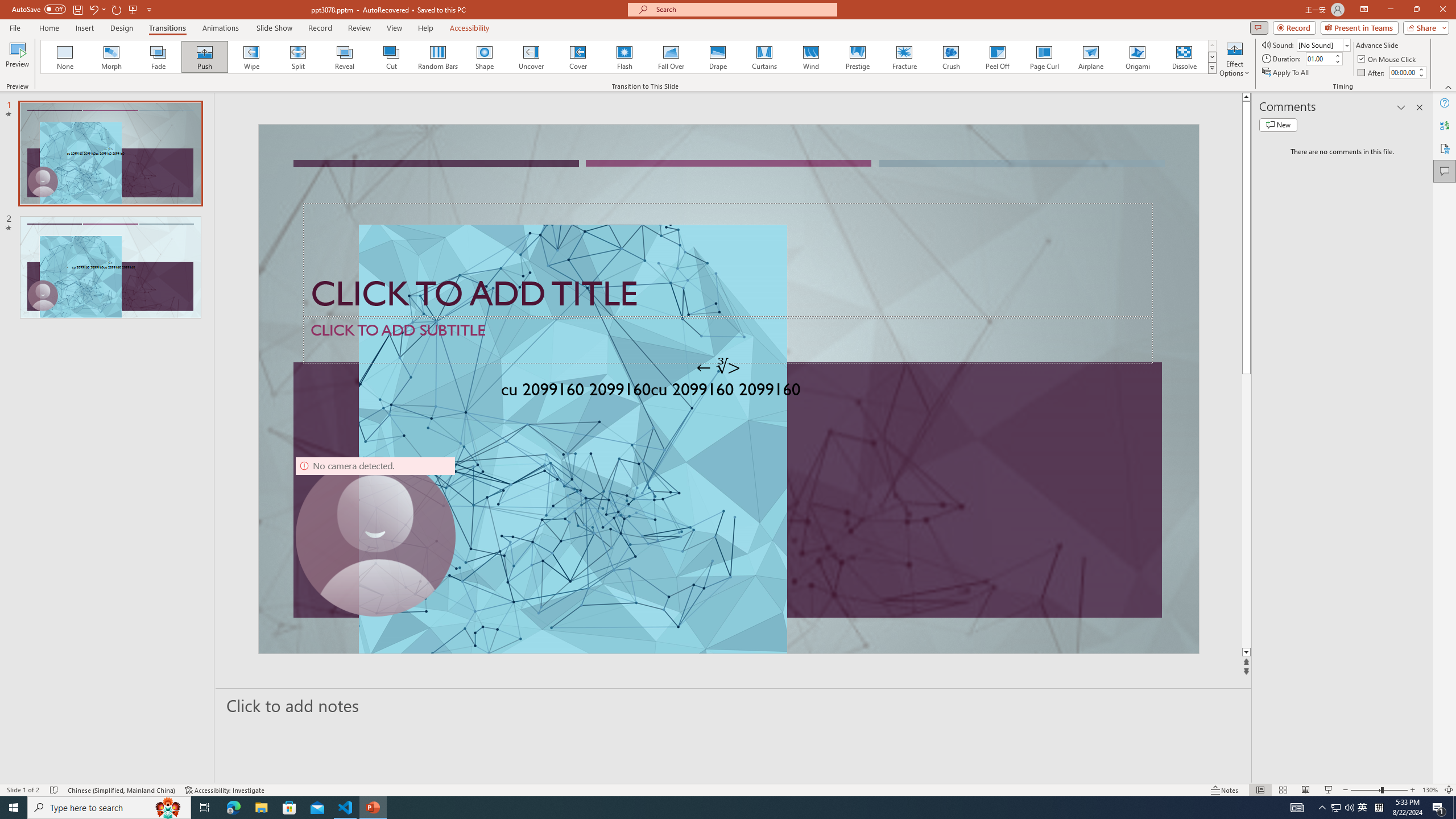  What do you see at coordinates (624, 56) in the screenshot?
I see `'Flash'` at bounding box center [624, 56].